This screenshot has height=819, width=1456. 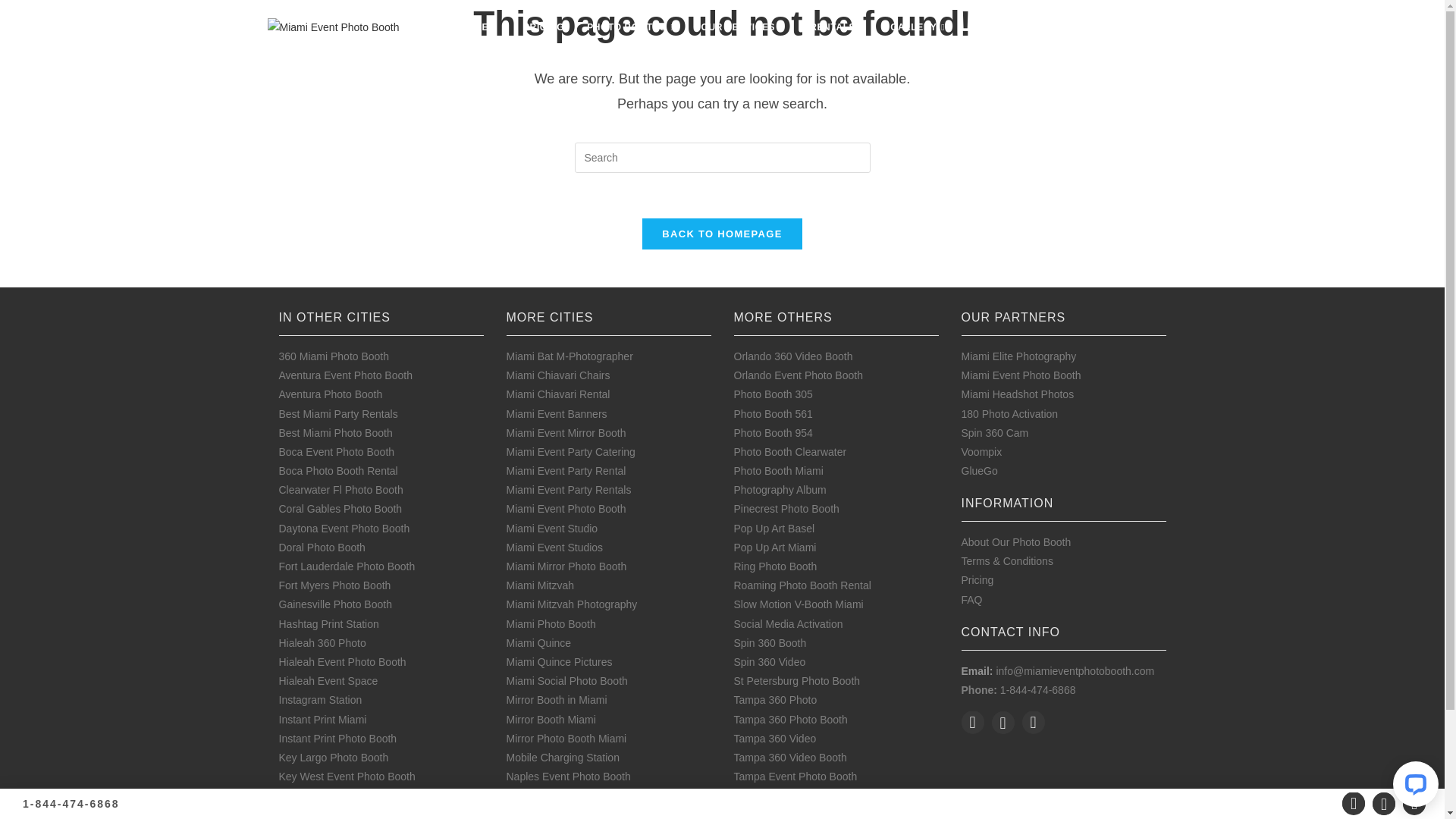 What do you see at coordinates (570, 451) in the screenshot?
I see `'Miami Event Party Catering'` at bounding box center [570, 451].